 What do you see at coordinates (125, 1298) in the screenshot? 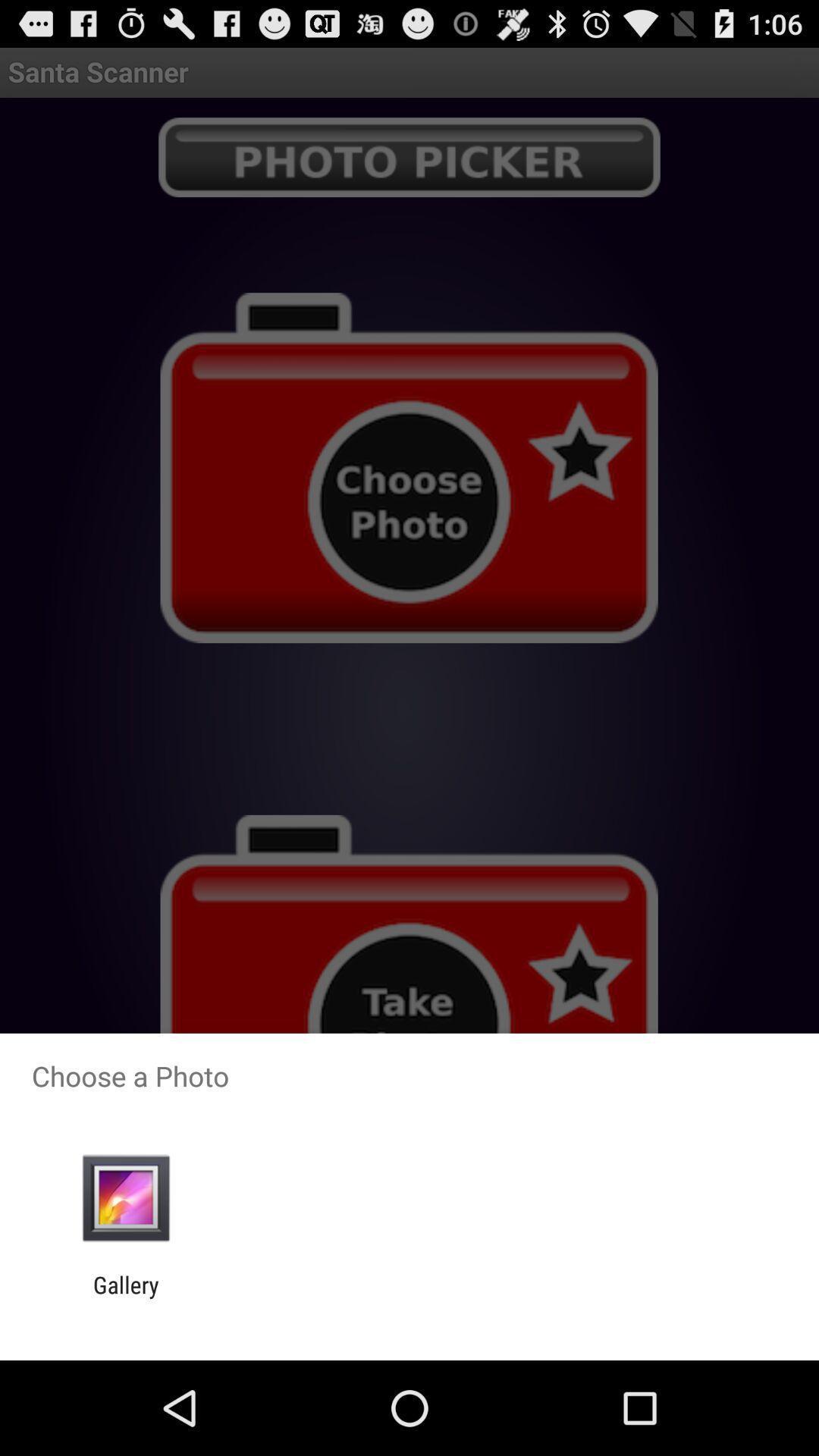
I see `gallery item` at bounding box center [125, 1298].